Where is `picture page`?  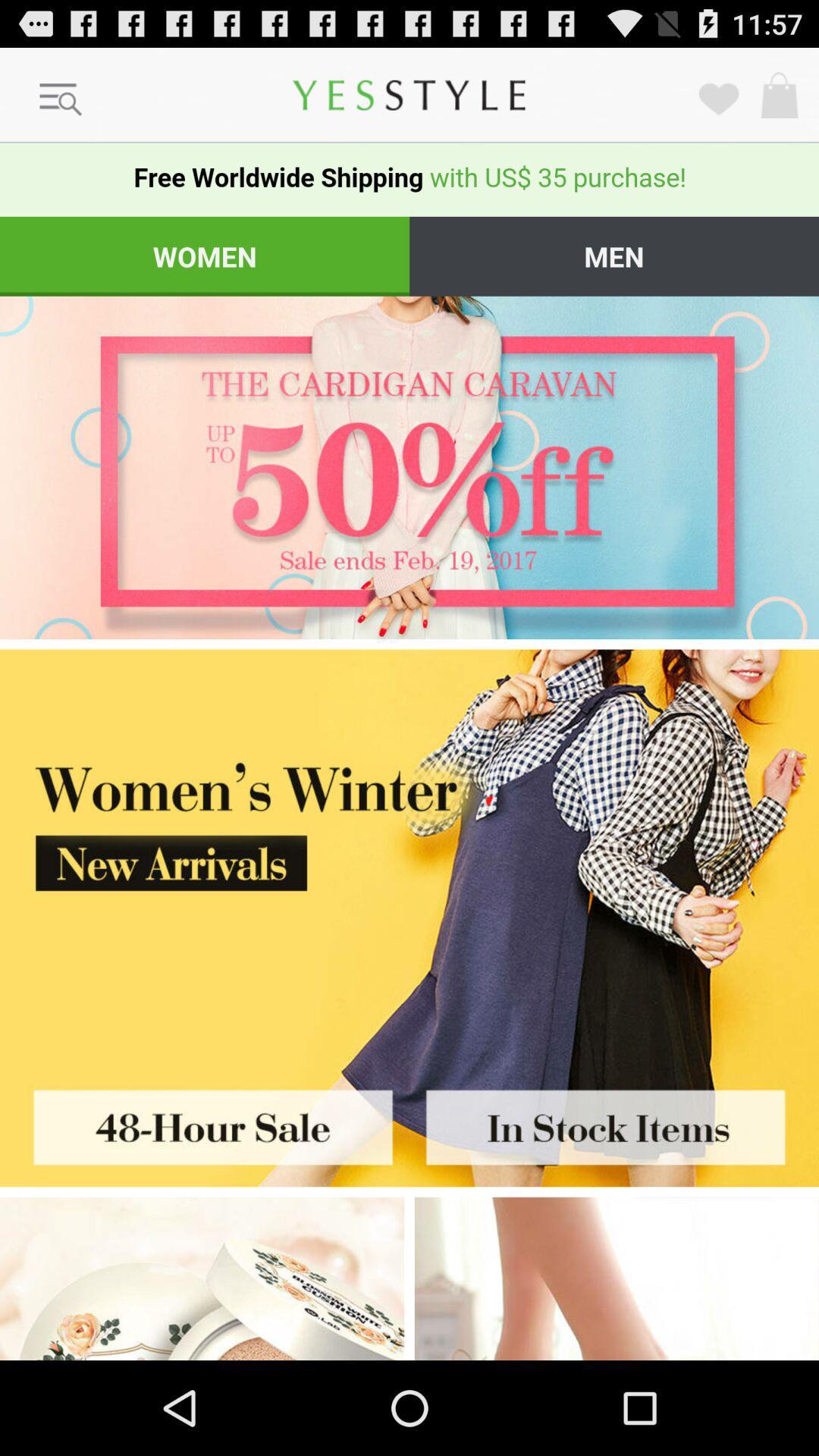
picture page is located at coordinates (614, 1122).